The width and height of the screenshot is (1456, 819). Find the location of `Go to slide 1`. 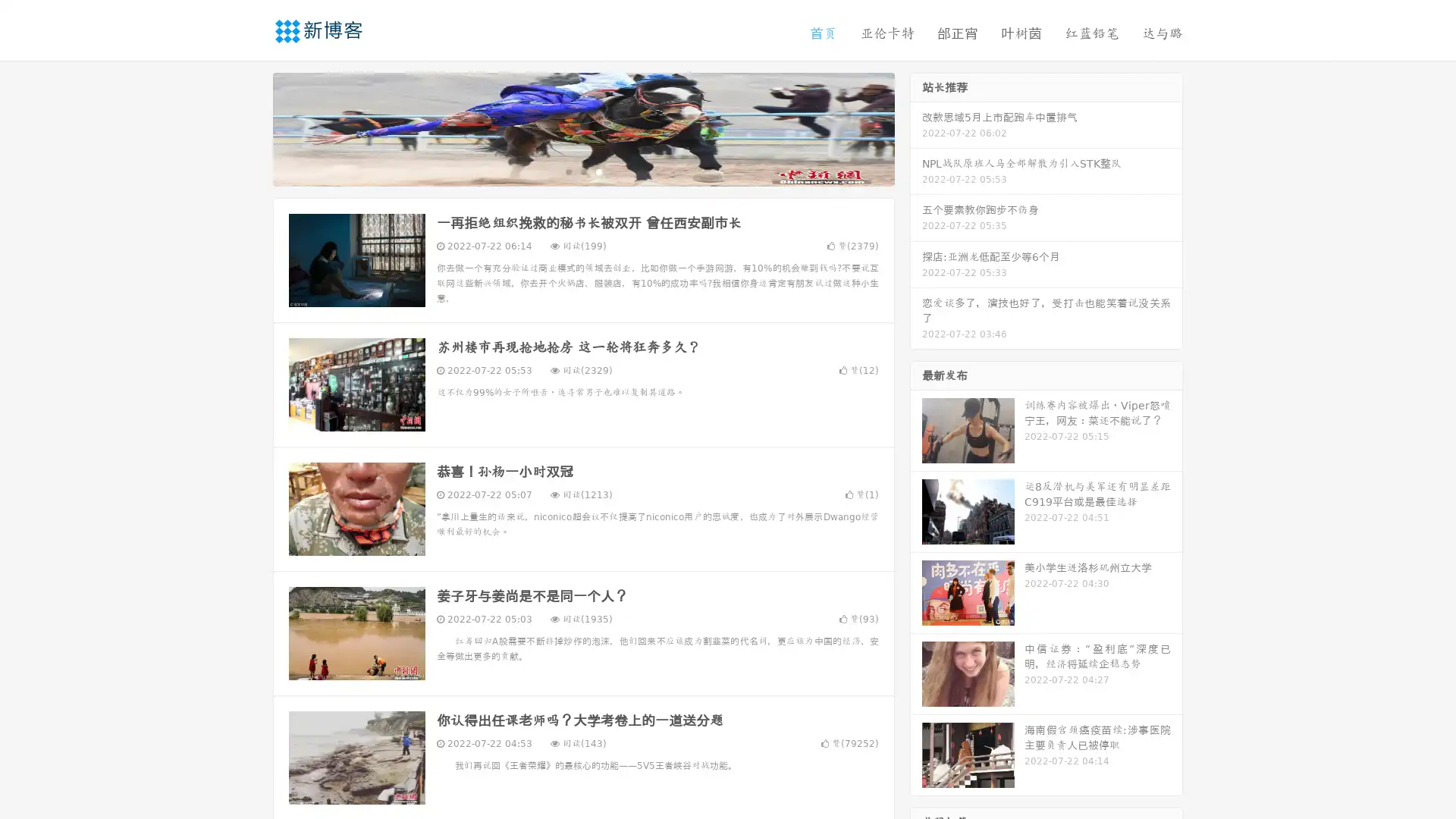

Go to slide 1 is located at coordinates (567, 171).